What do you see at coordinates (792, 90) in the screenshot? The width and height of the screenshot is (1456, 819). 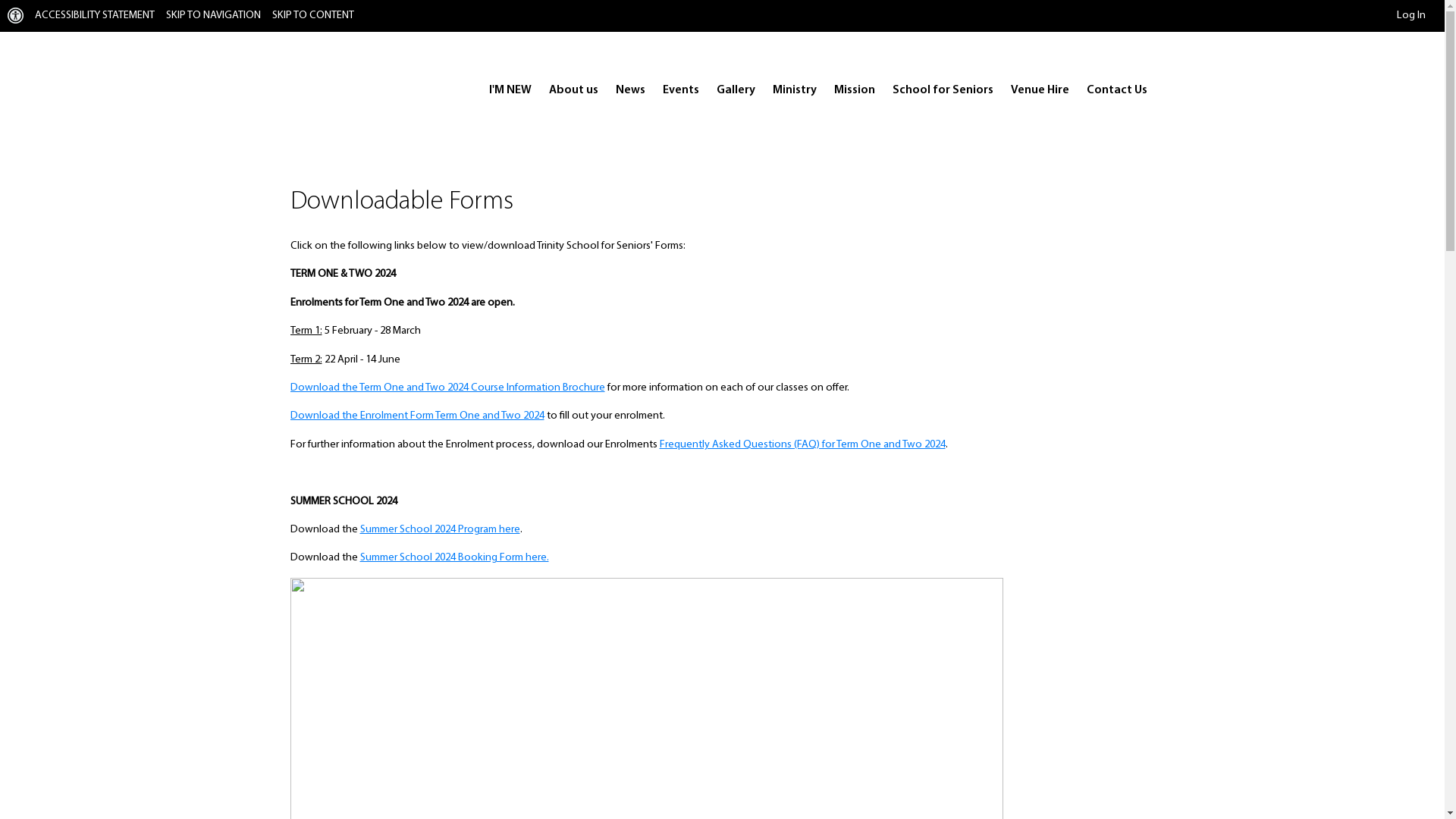 I see `'Ministry'` at bounding box center [792, 90].